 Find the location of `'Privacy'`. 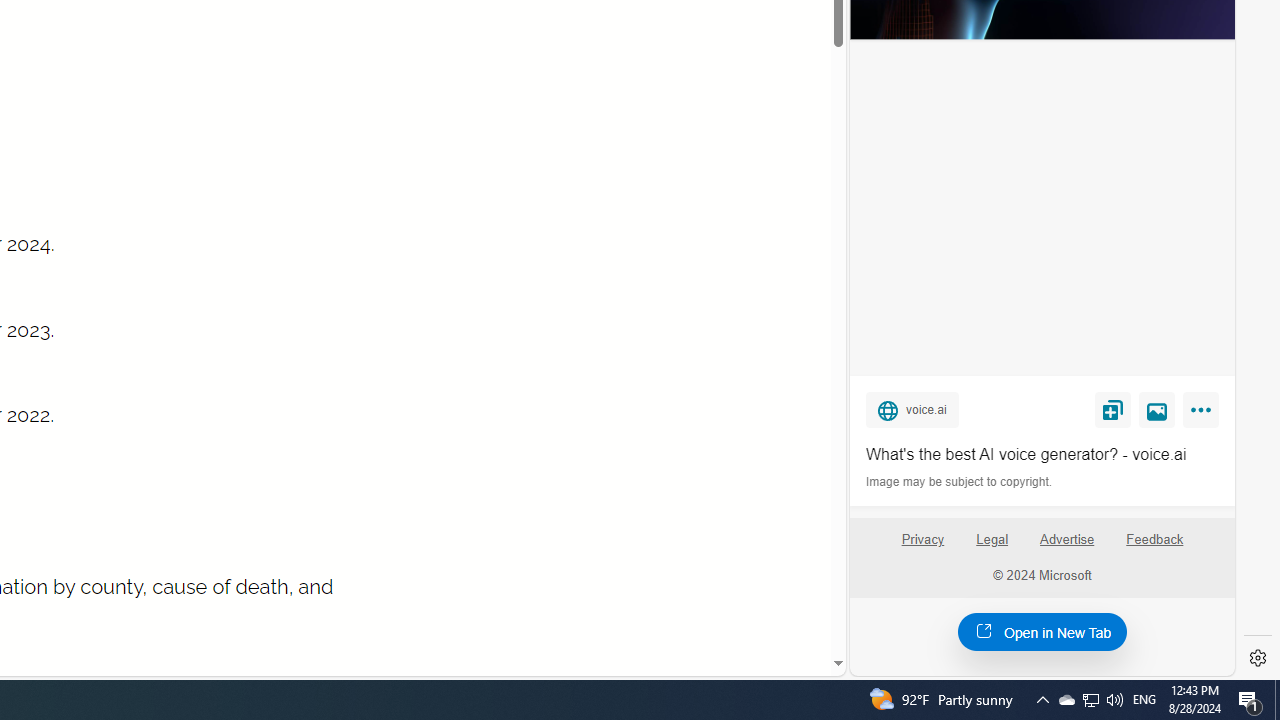

'Privacy' is located at coordinates (921, 538).